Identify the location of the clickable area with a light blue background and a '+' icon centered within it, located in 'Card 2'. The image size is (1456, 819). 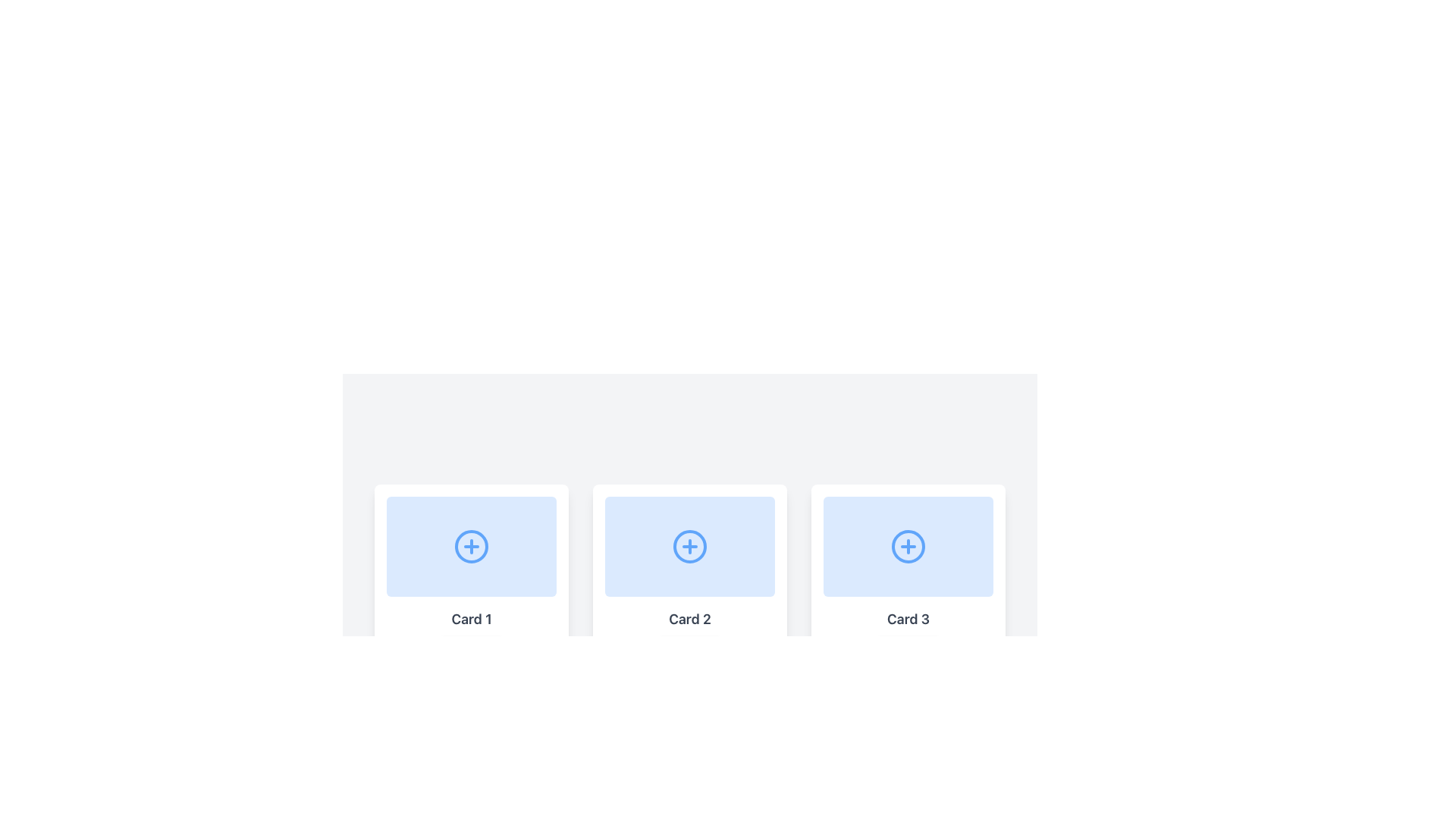
(689, 547).